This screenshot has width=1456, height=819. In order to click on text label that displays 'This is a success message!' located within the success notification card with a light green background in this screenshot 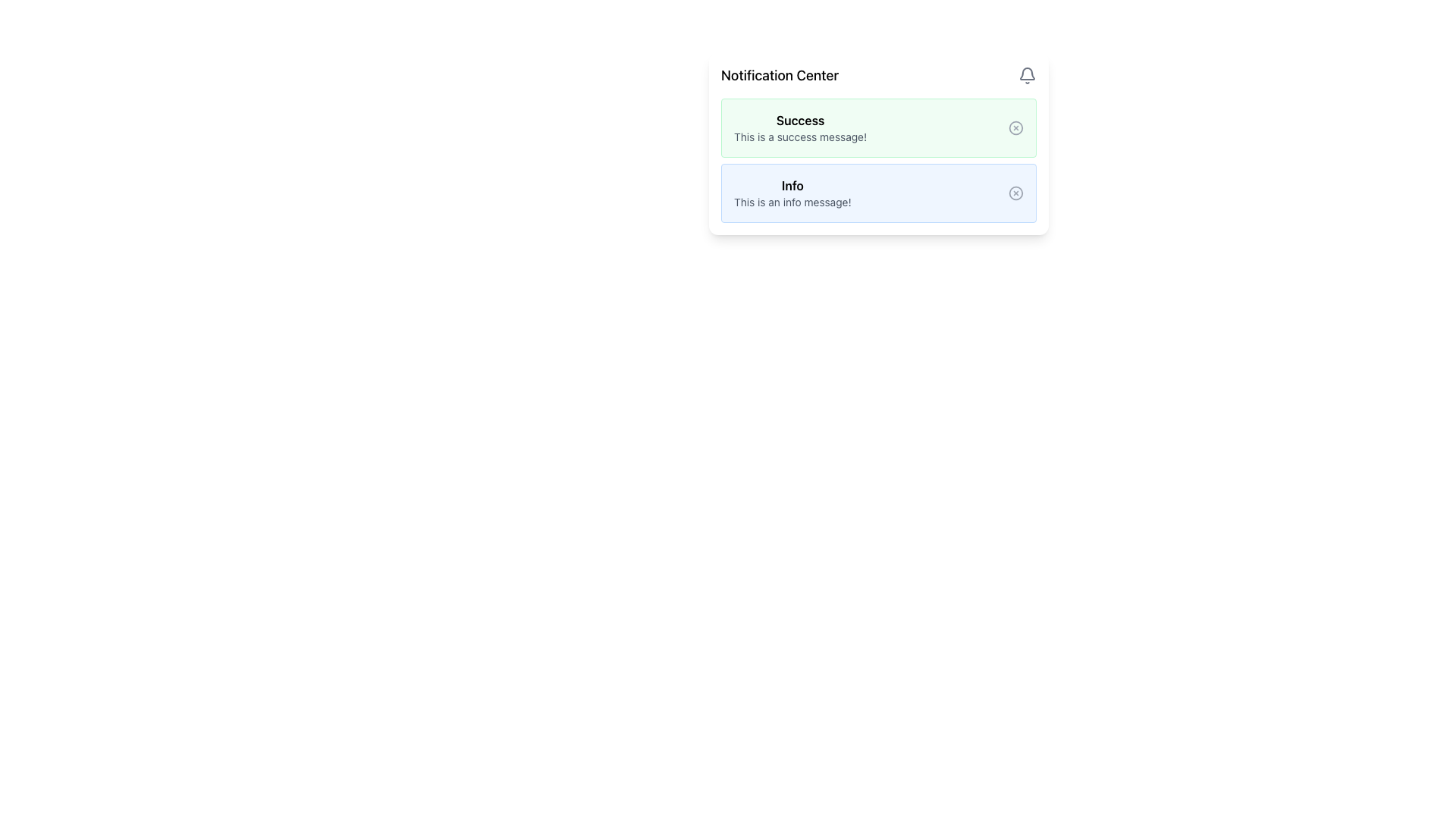, I will do `click(799, 137)`.